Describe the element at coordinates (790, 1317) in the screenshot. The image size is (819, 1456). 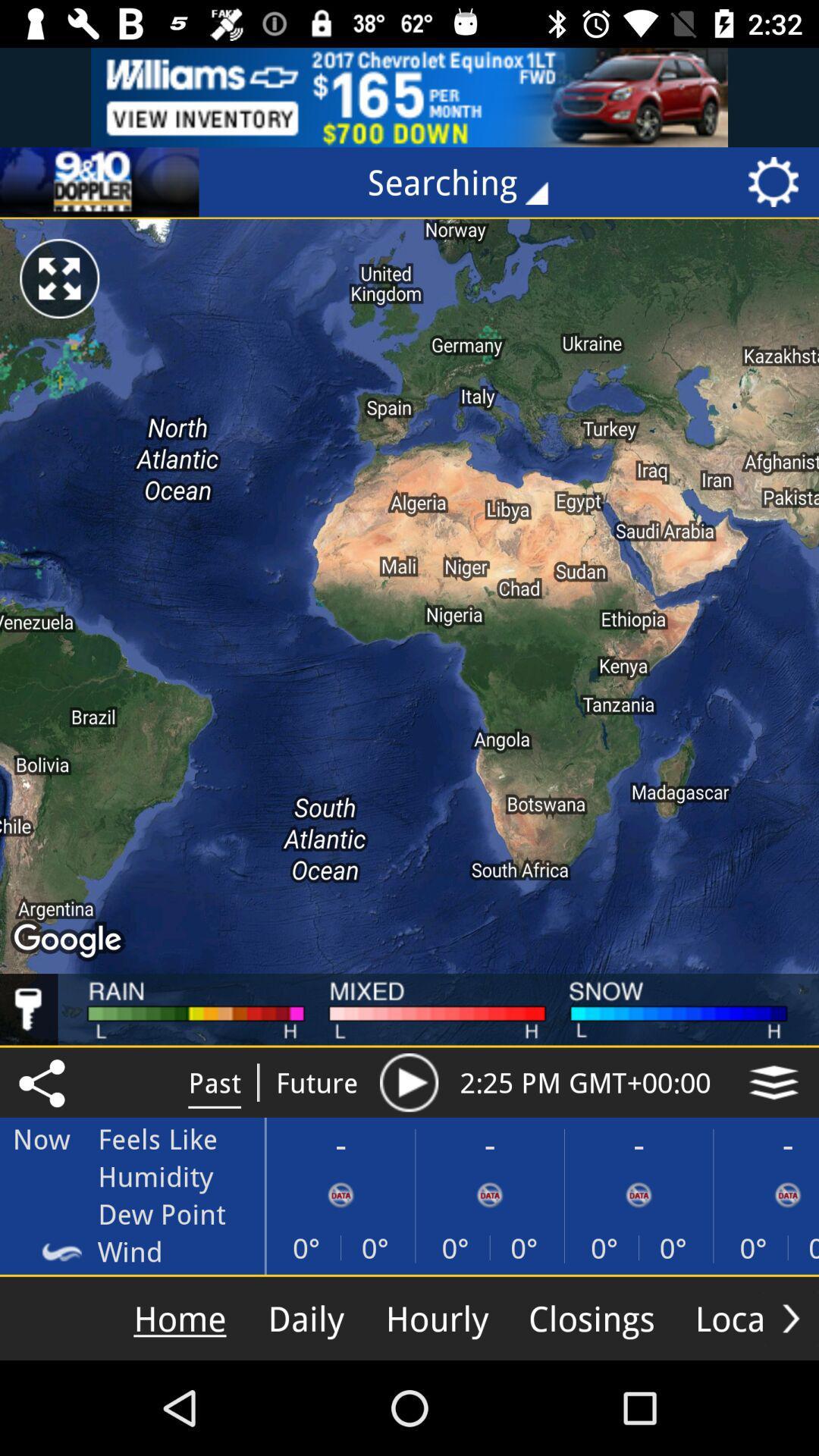
I see `the arrow_forward icon` at that location.